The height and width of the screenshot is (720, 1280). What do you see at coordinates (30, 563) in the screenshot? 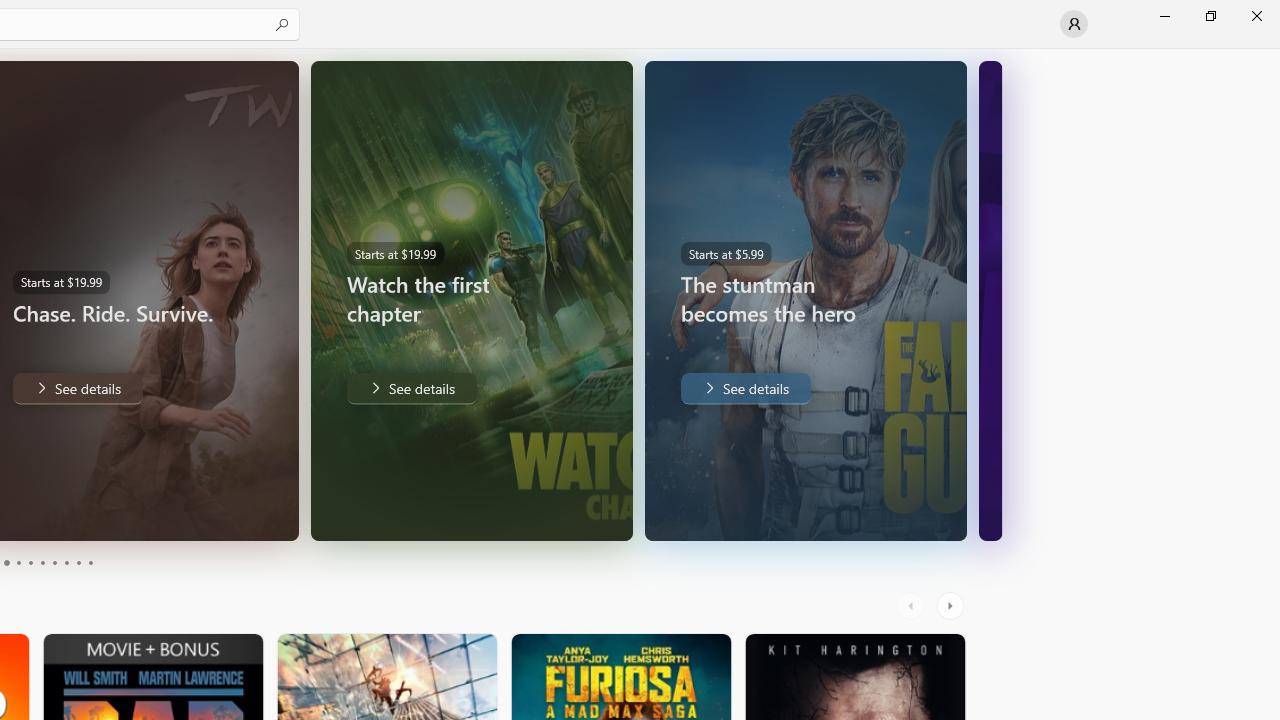
I see `'Page 5'` at bounding box center [30, 563].